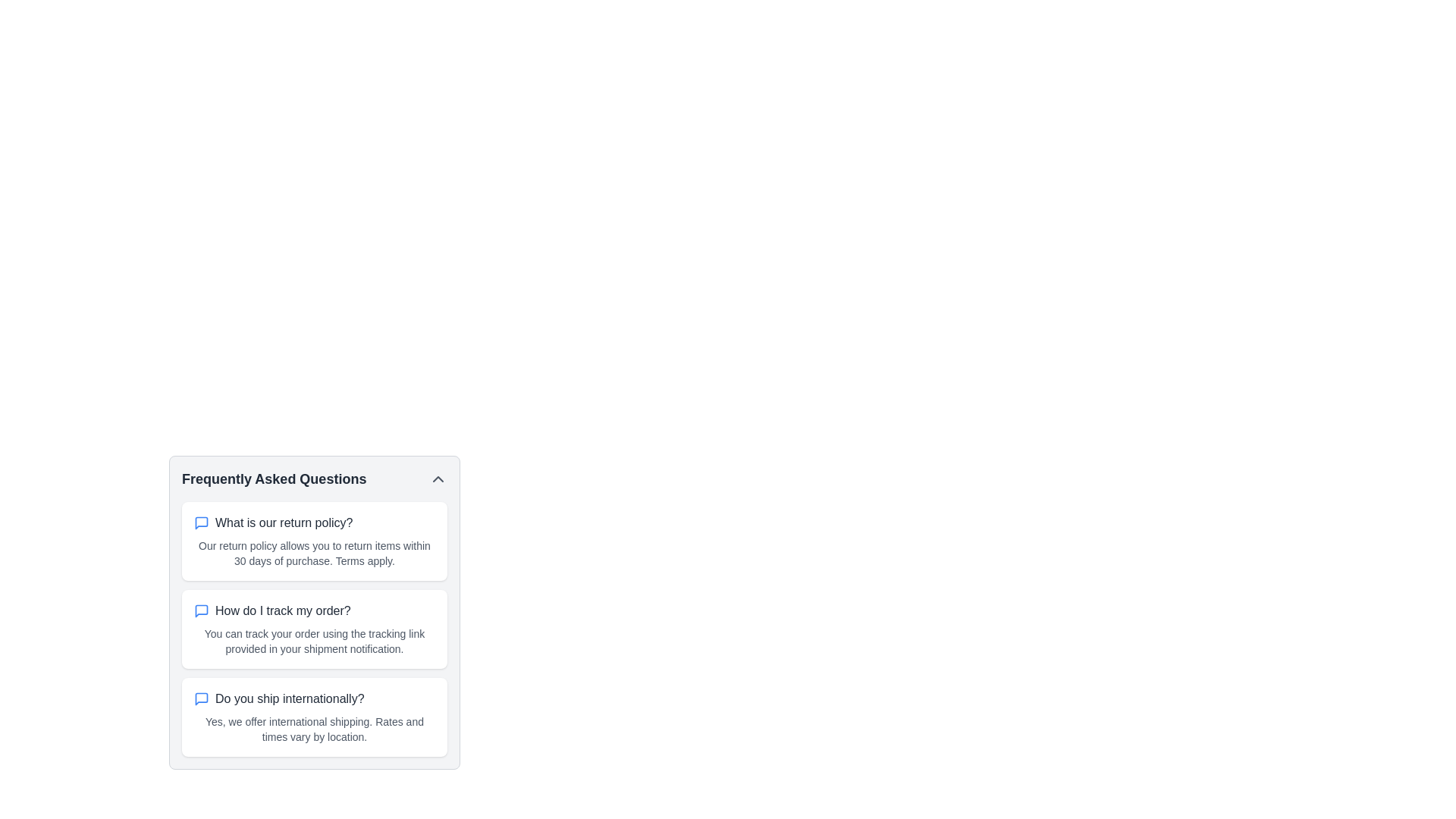  I want to click on the Text label at the top of the FAQ section, so click(313, 479).